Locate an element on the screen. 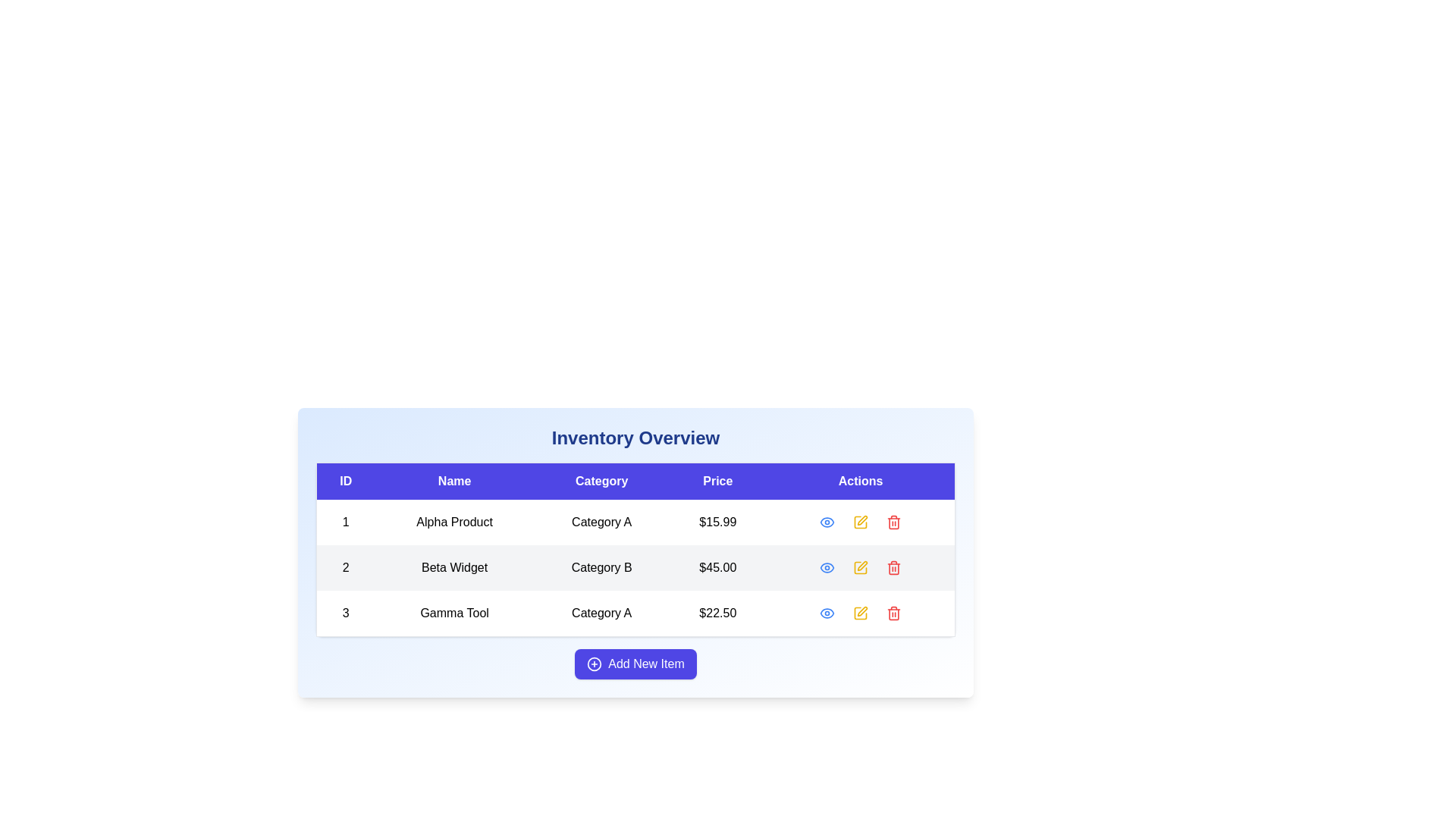  text from the header label for the inventory section, which provides context for the displayed data below it is located at coordinates (635, 438).